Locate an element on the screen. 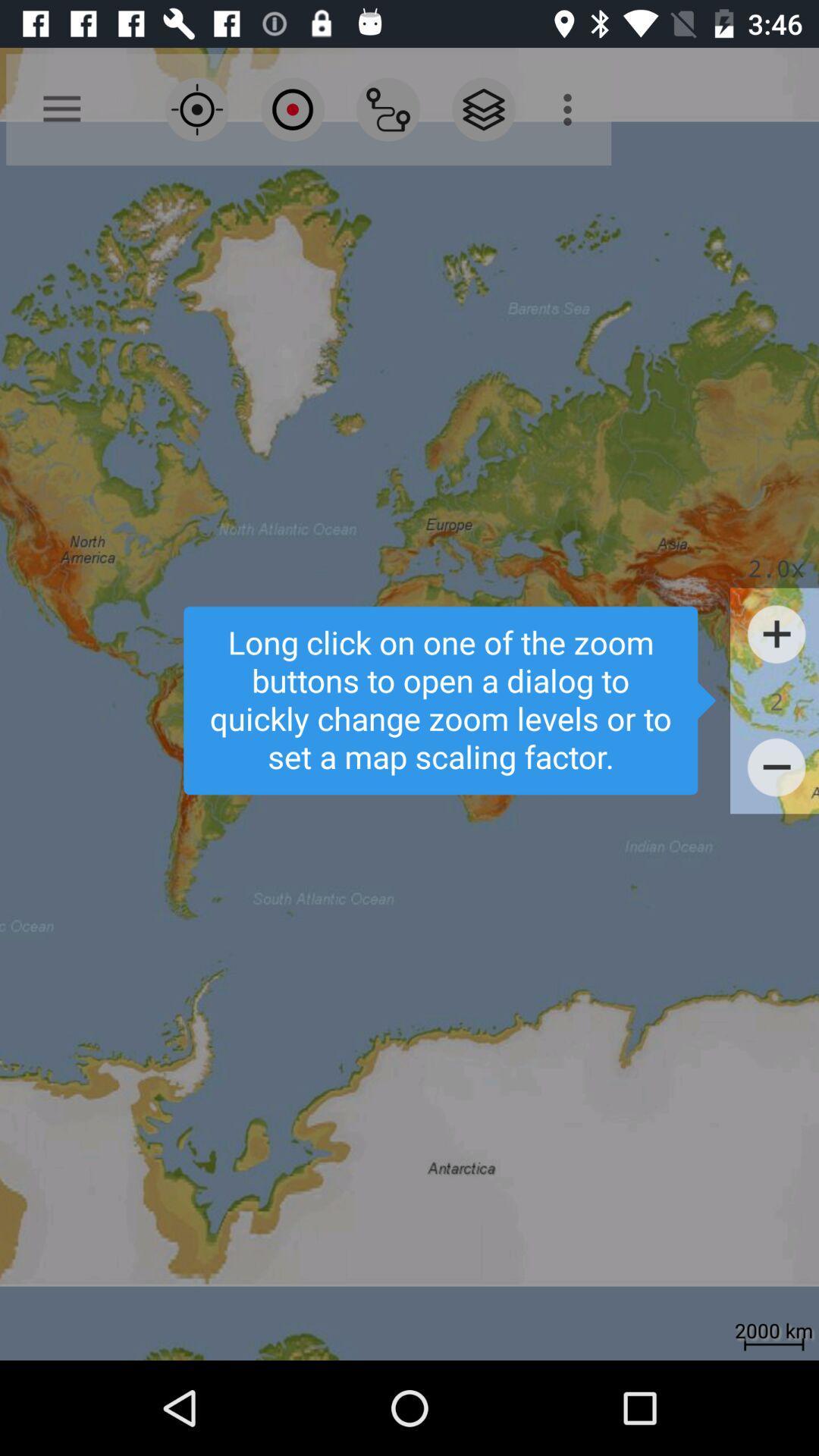 The image size is (819, 1456). the item below 2.0x is located at coordinates (777, 634).